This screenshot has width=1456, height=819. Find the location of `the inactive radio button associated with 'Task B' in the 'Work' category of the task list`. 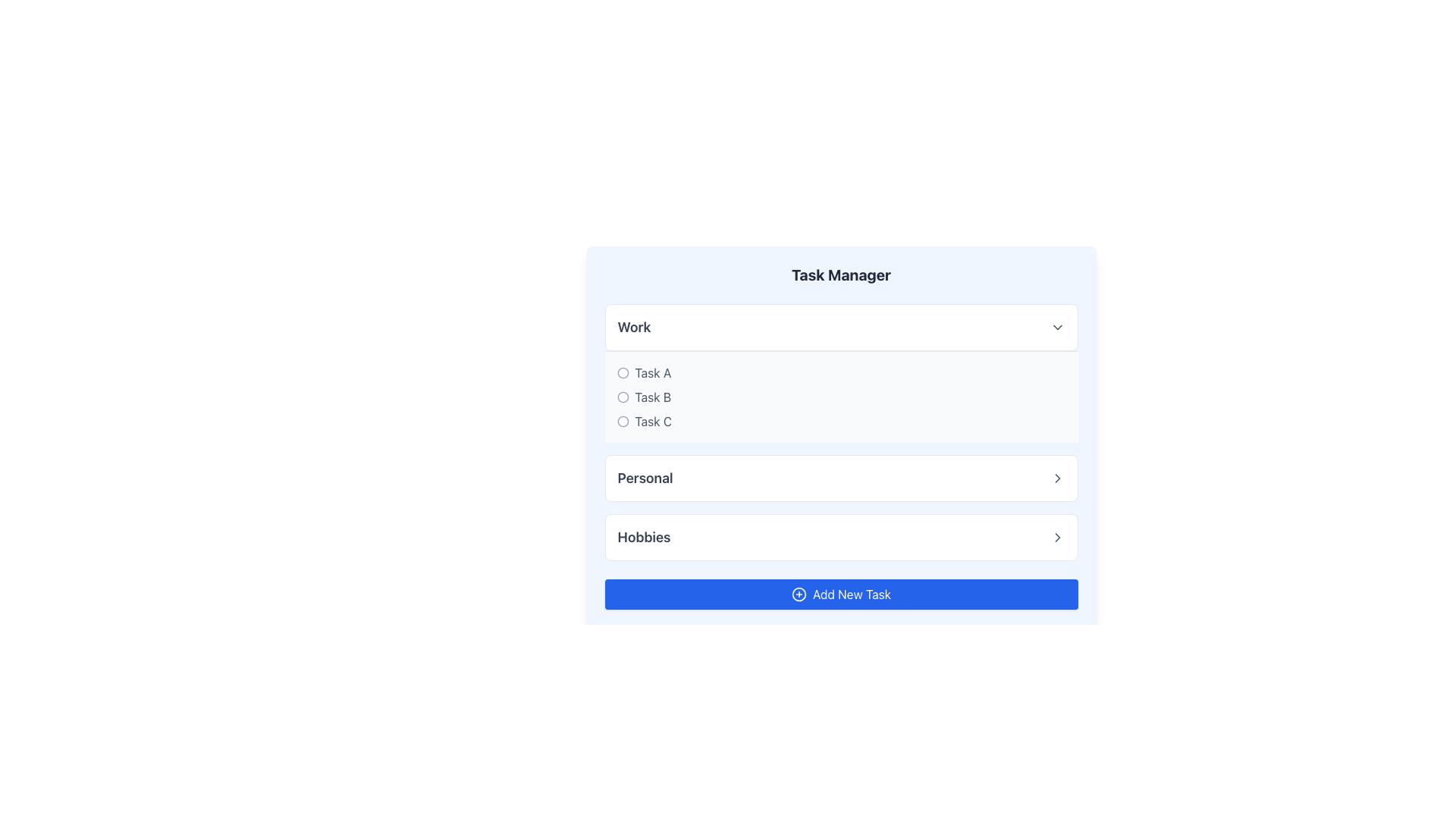

the inactive radio button associated with 'Task B' in the 'Work' category of the task list is located at coordinates (623, 397).